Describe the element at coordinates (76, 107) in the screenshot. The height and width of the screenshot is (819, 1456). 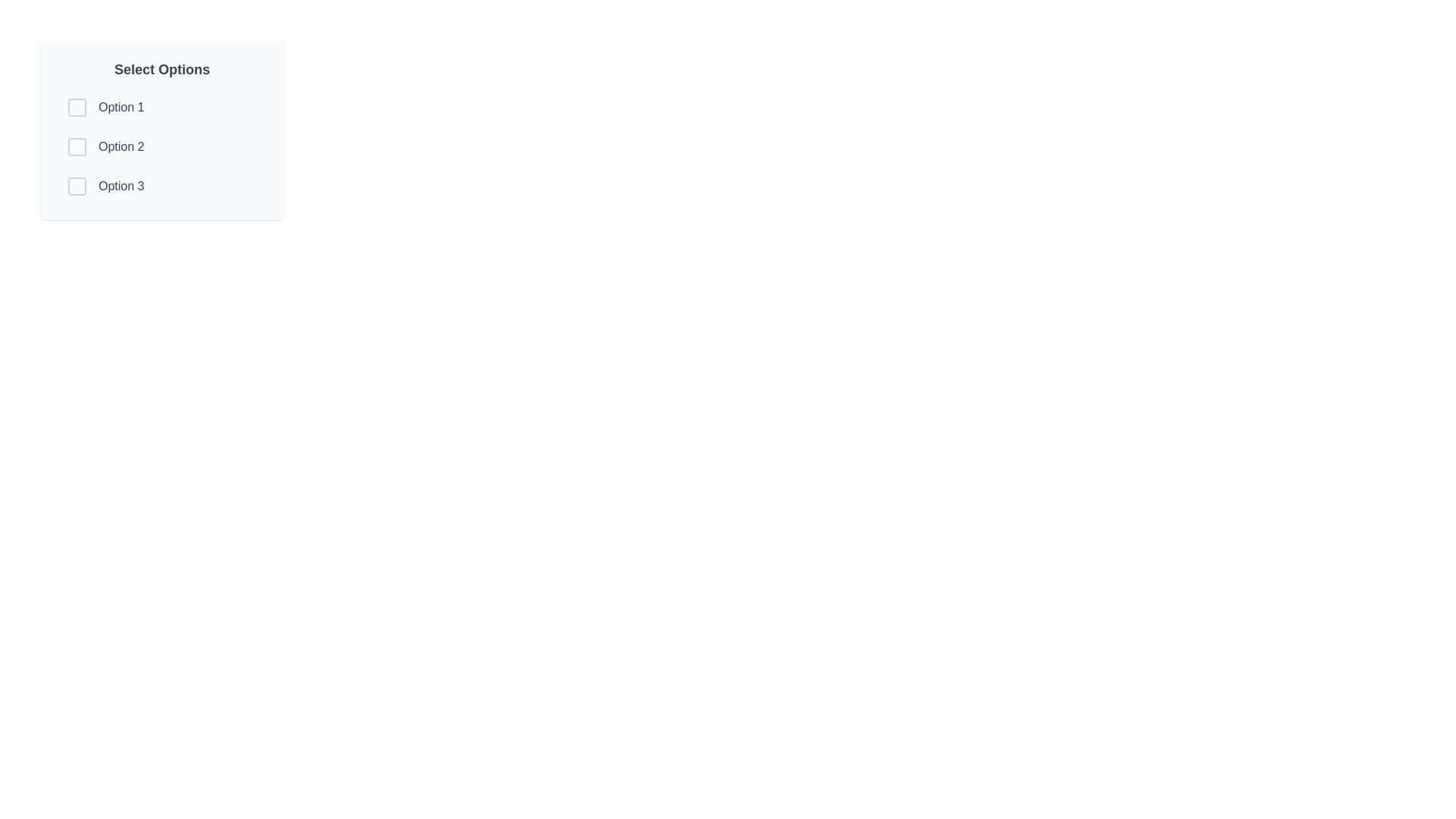
I see `the checkbox for 'Option 1'` at that location.